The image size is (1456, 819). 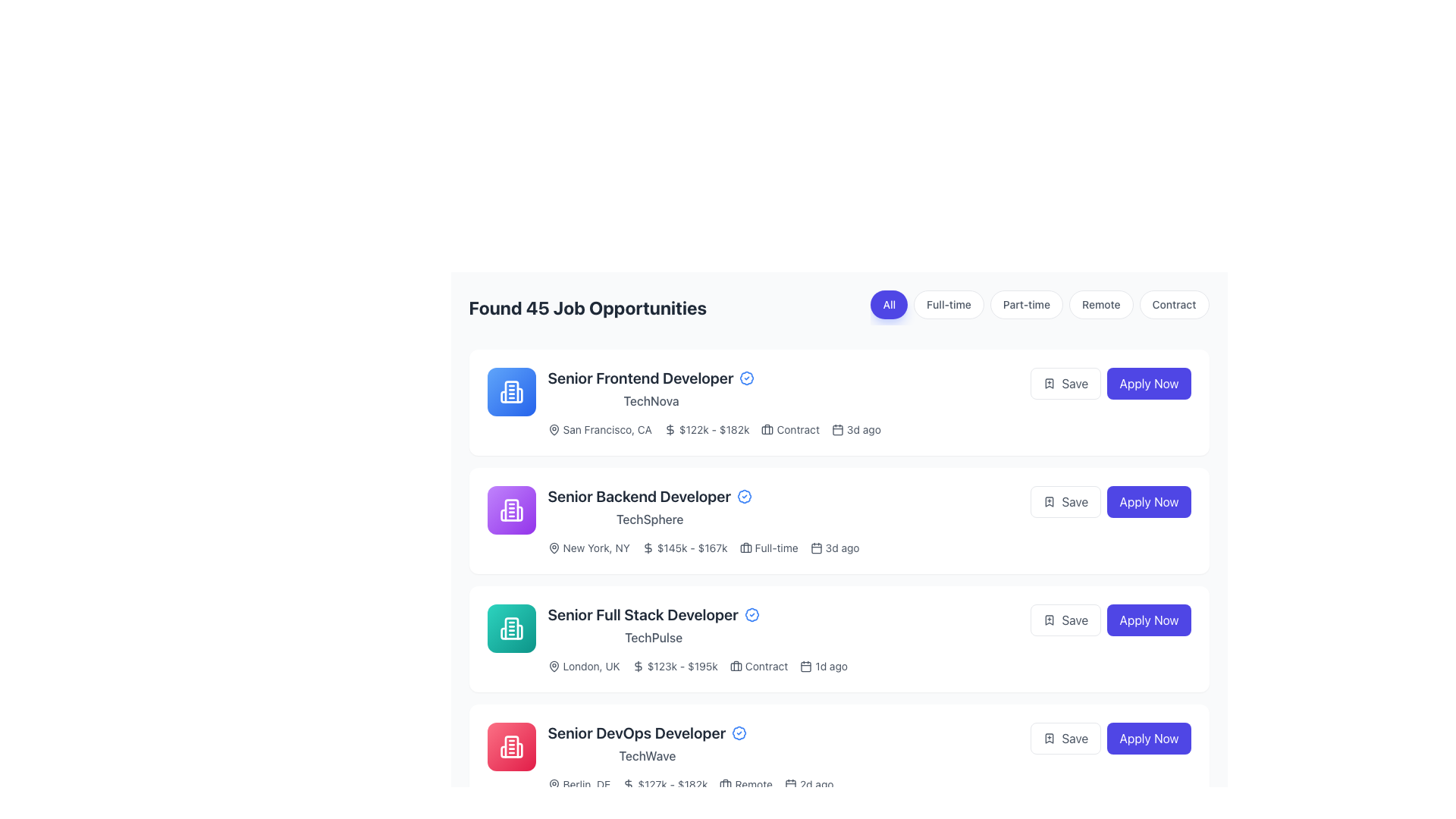 I want to click on the salary range information text label with an icon located under the job title 'Senior DevOps Developer' at TechWave, so click(x=665, y=784).